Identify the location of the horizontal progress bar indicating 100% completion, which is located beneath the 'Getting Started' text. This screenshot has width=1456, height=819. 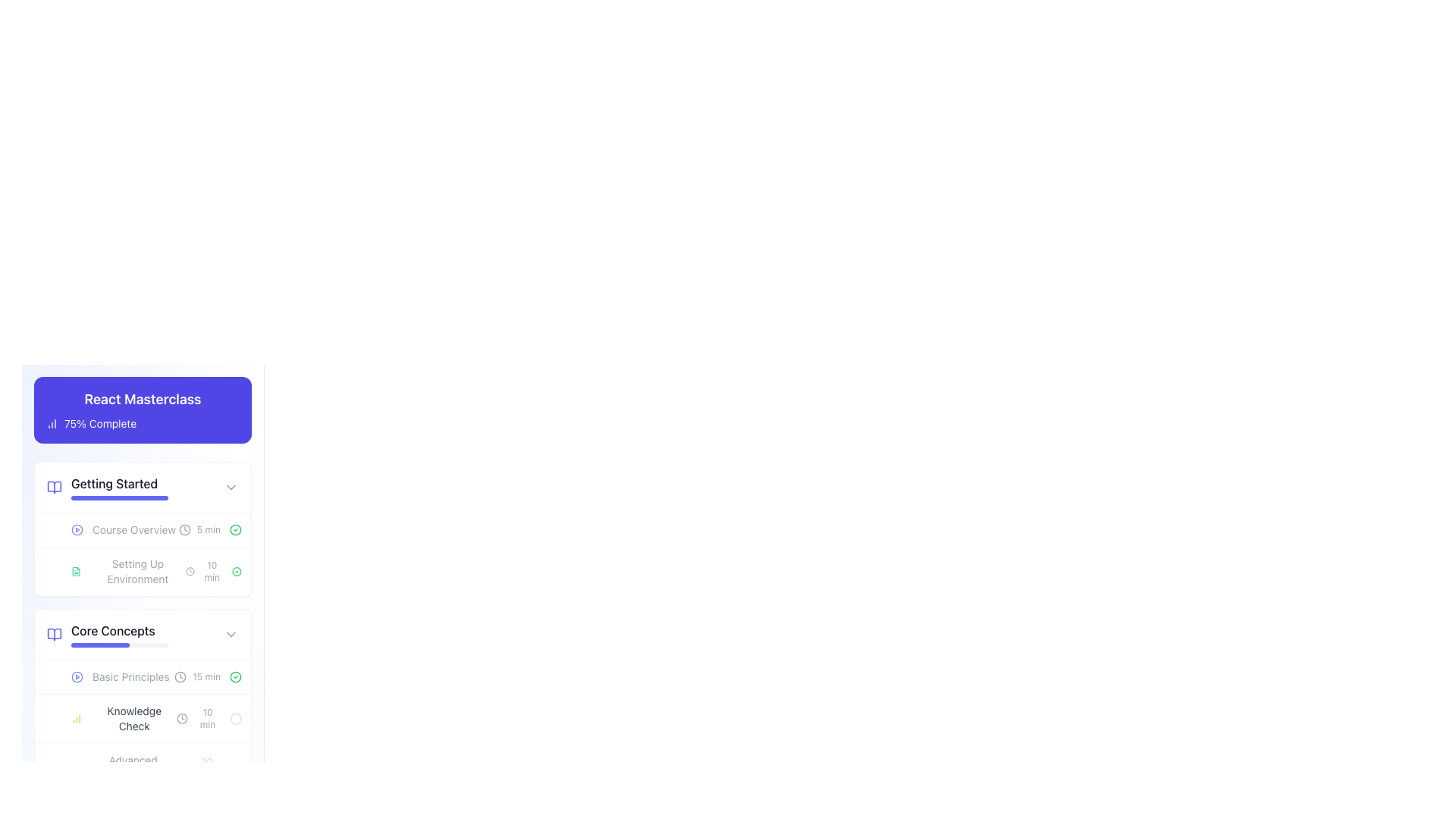
(119, 497).